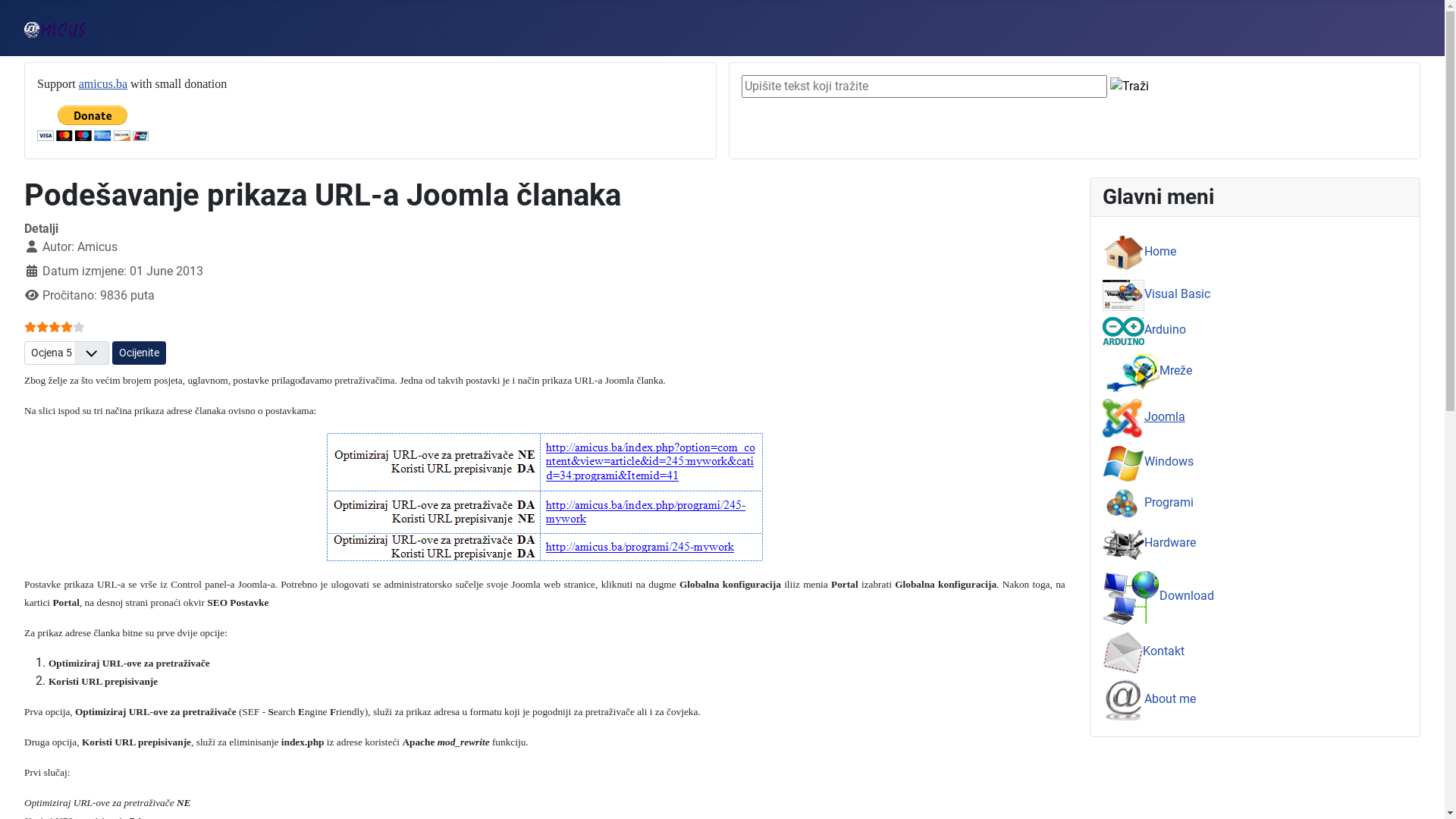 Image resolution: width=1456 pixels, height=819 pixels. What do you see at coordinates (139, 353) in the screenshot?
I see `'Ocijenite'` at bounding box center [139, 353].